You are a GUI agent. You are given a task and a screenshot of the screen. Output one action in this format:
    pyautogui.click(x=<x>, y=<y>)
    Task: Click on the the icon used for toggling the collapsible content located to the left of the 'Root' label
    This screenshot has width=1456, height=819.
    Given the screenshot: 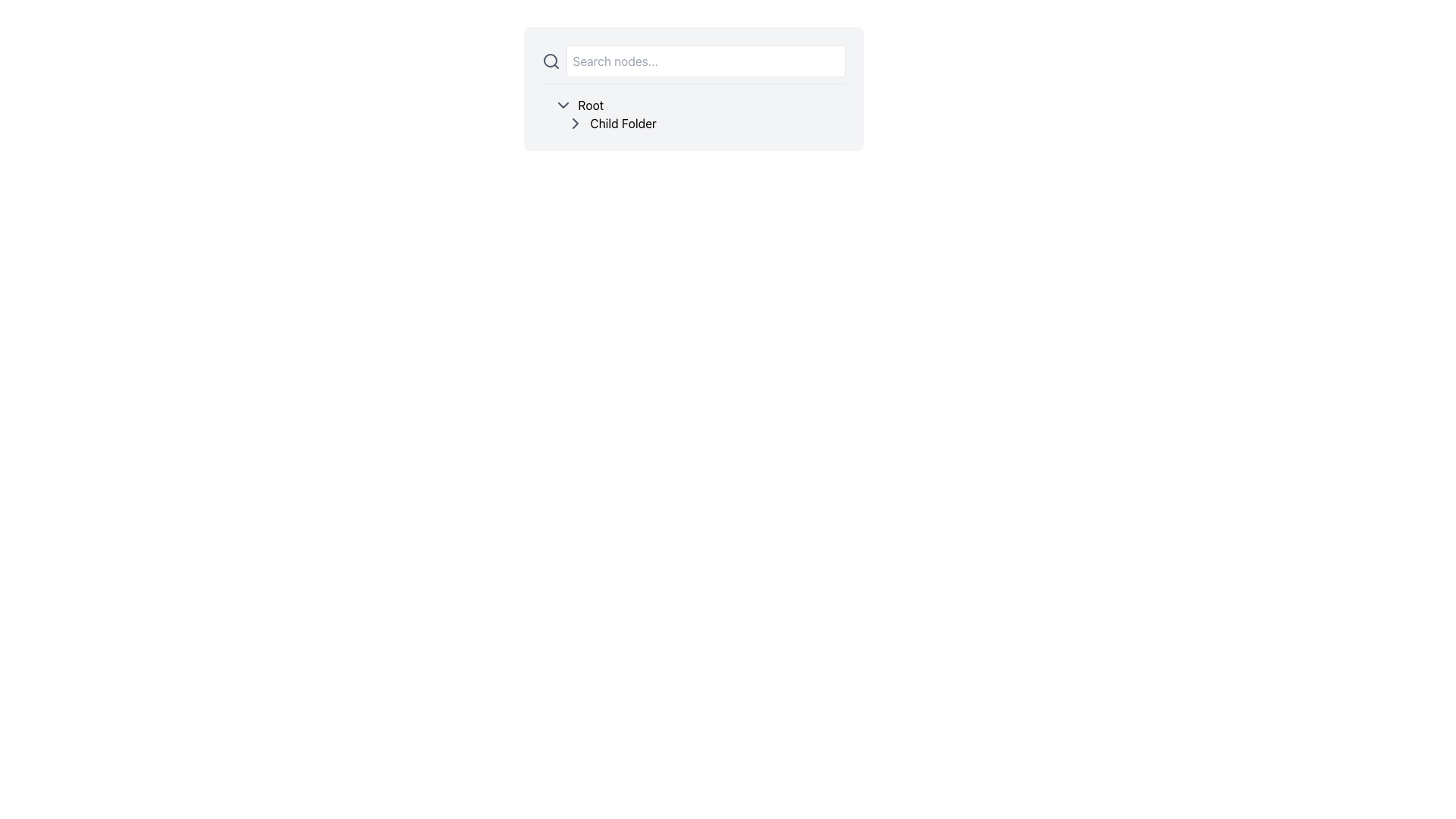 What is the action you would take?
    pyautogui.click(x=562, y=104)
    